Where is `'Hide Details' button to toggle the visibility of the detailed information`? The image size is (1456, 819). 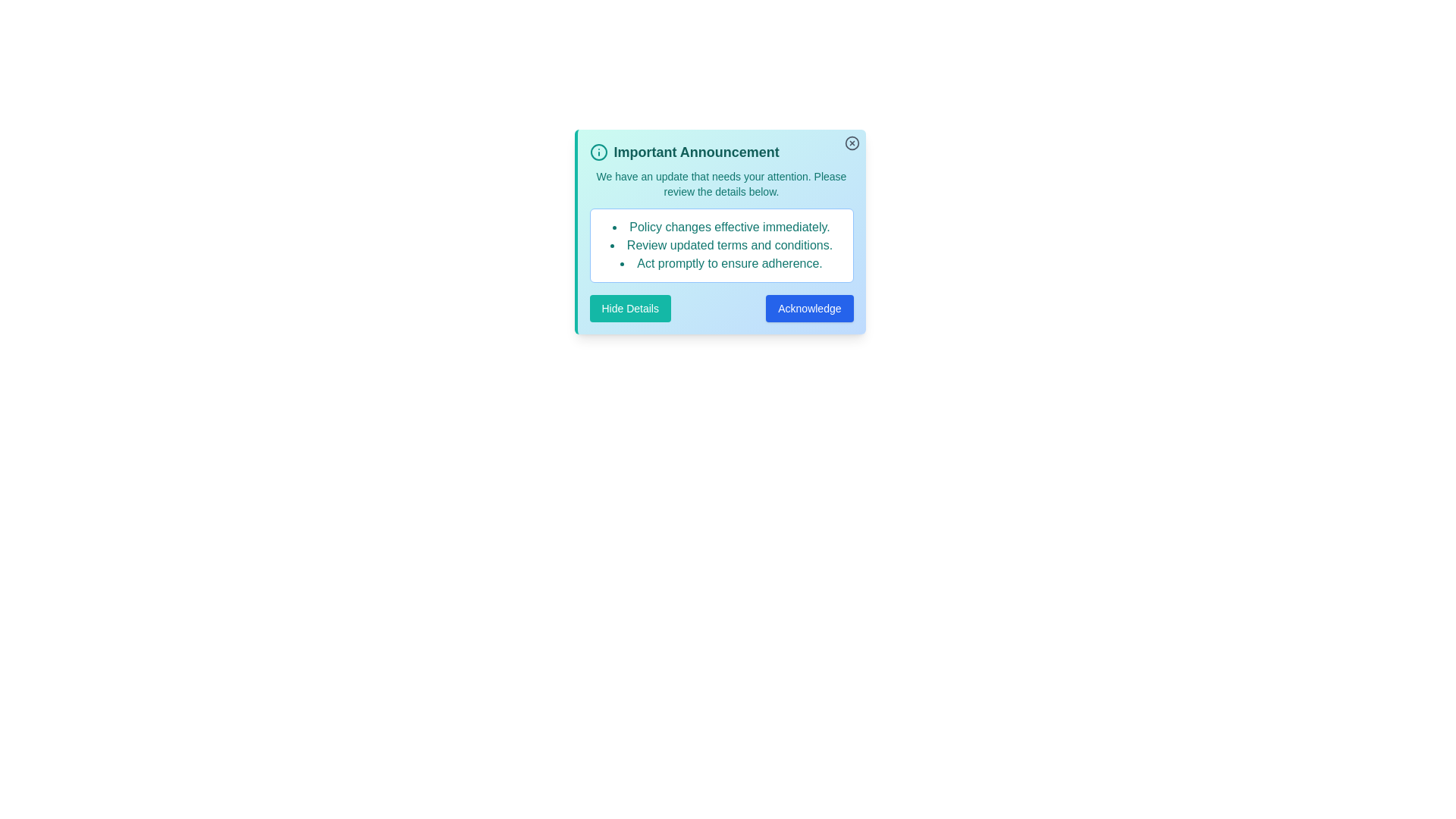 'Hide Details' button to toggle the visibility of the detailed information is located at coordinates (629, 308).